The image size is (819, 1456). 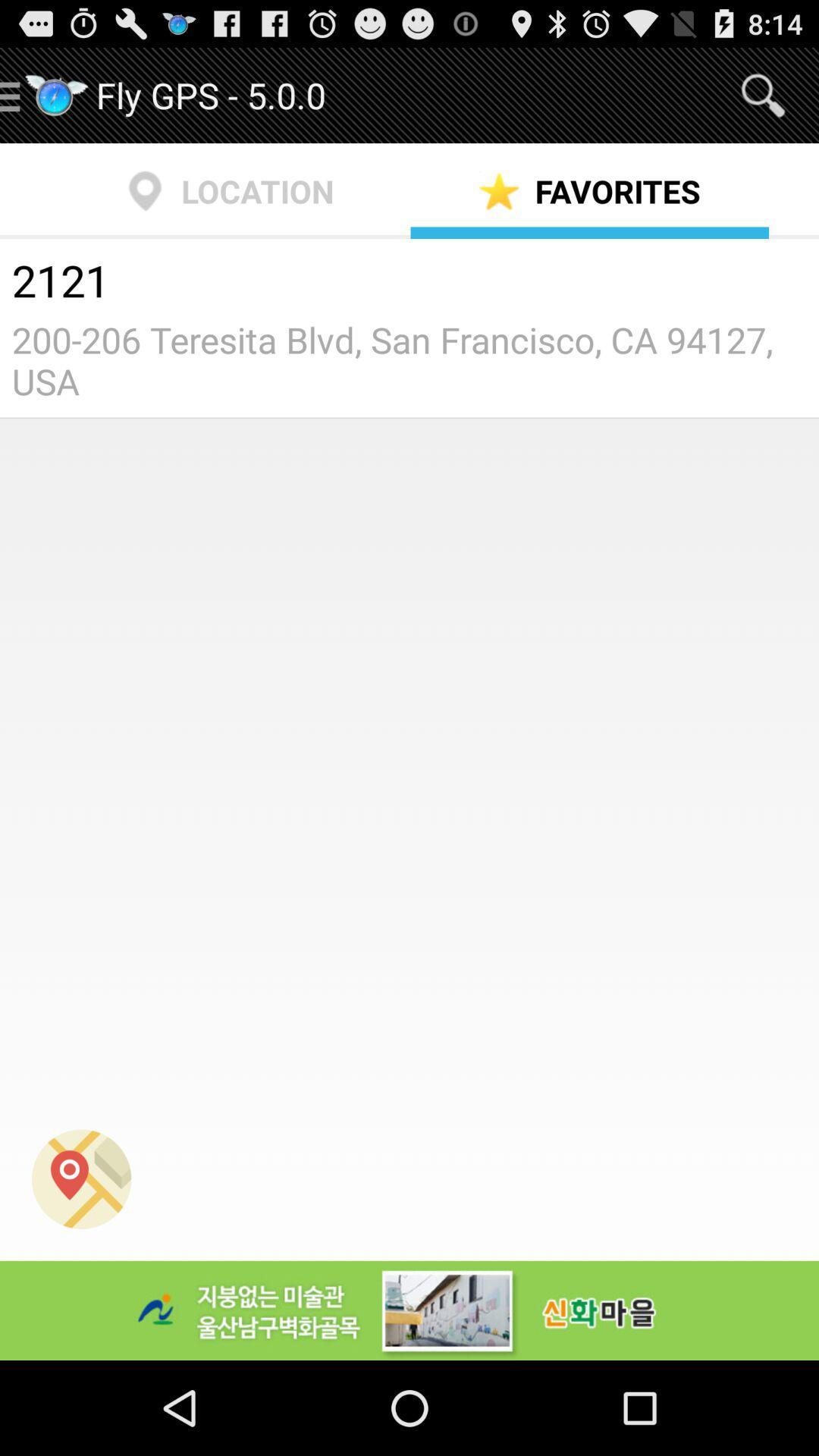 What do you see at coordinates (409, 1310) in the screenshot?
I see `icon at the bottom` at bounding box center [409, 1310].